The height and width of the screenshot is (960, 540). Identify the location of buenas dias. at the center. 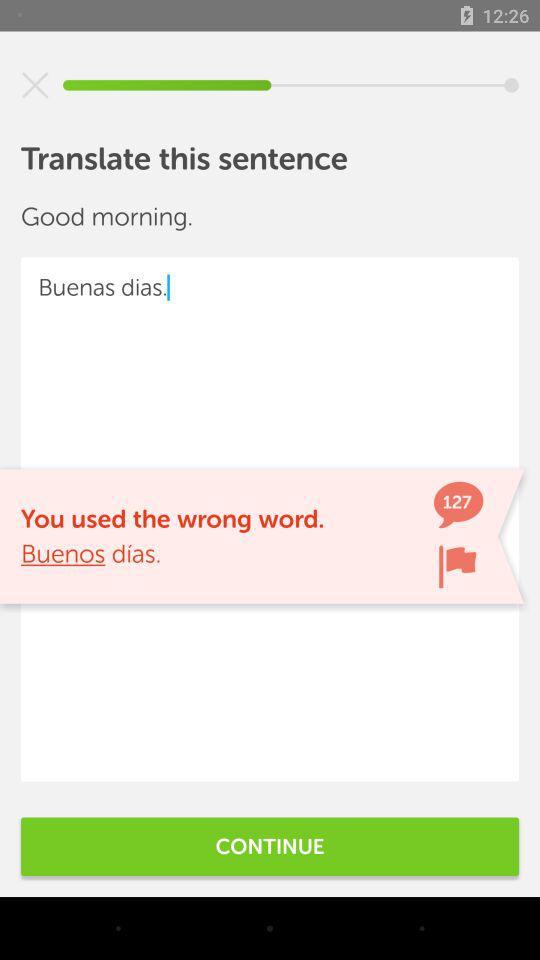
(270, 518).